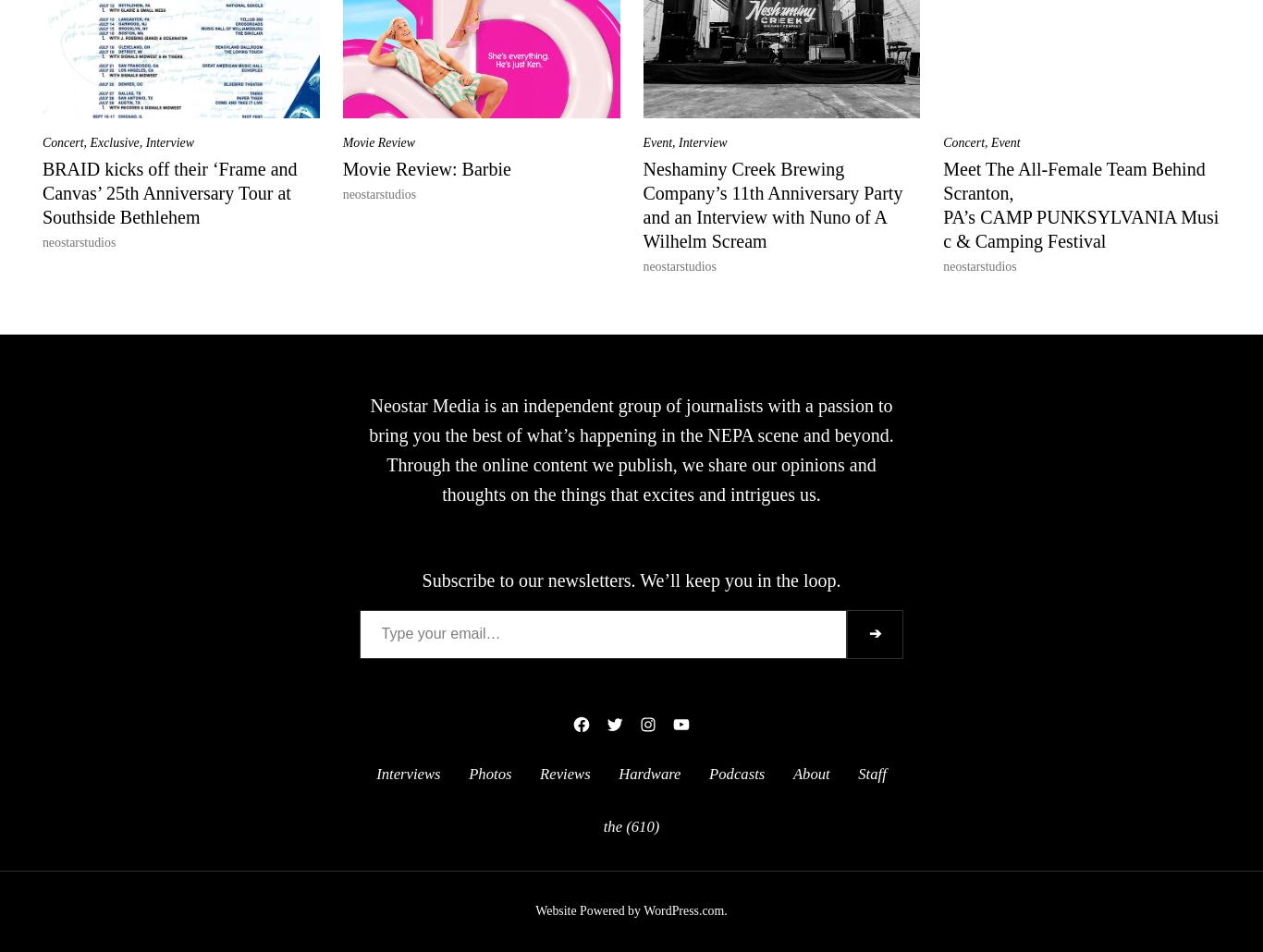 This screenshot has height=952, width=1263. I want to click on 'Hardware', so click(649, 772).